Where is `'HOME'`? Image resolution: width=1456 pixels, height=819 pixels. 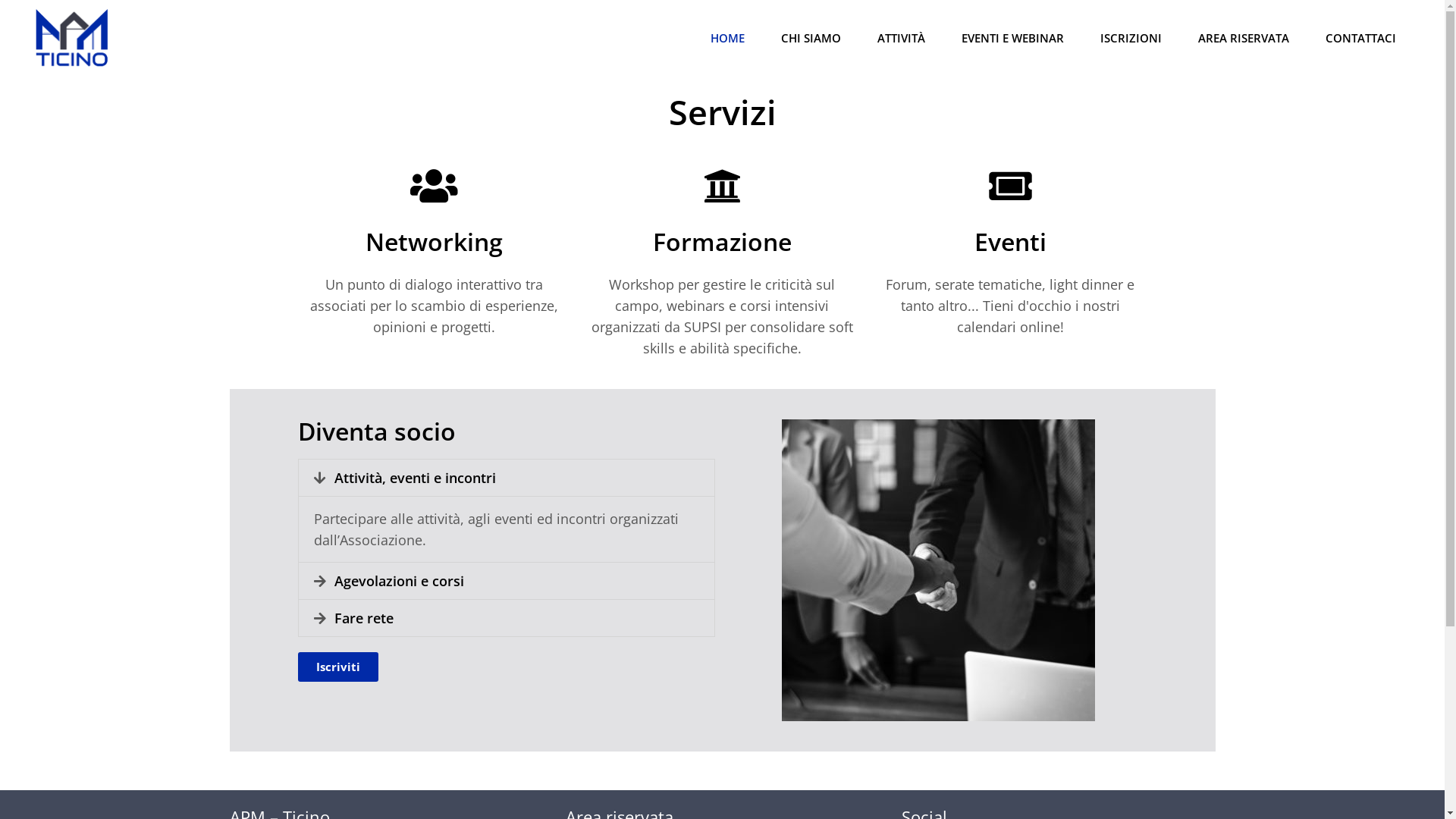
'HOME' is located at coordinates (726, 37).